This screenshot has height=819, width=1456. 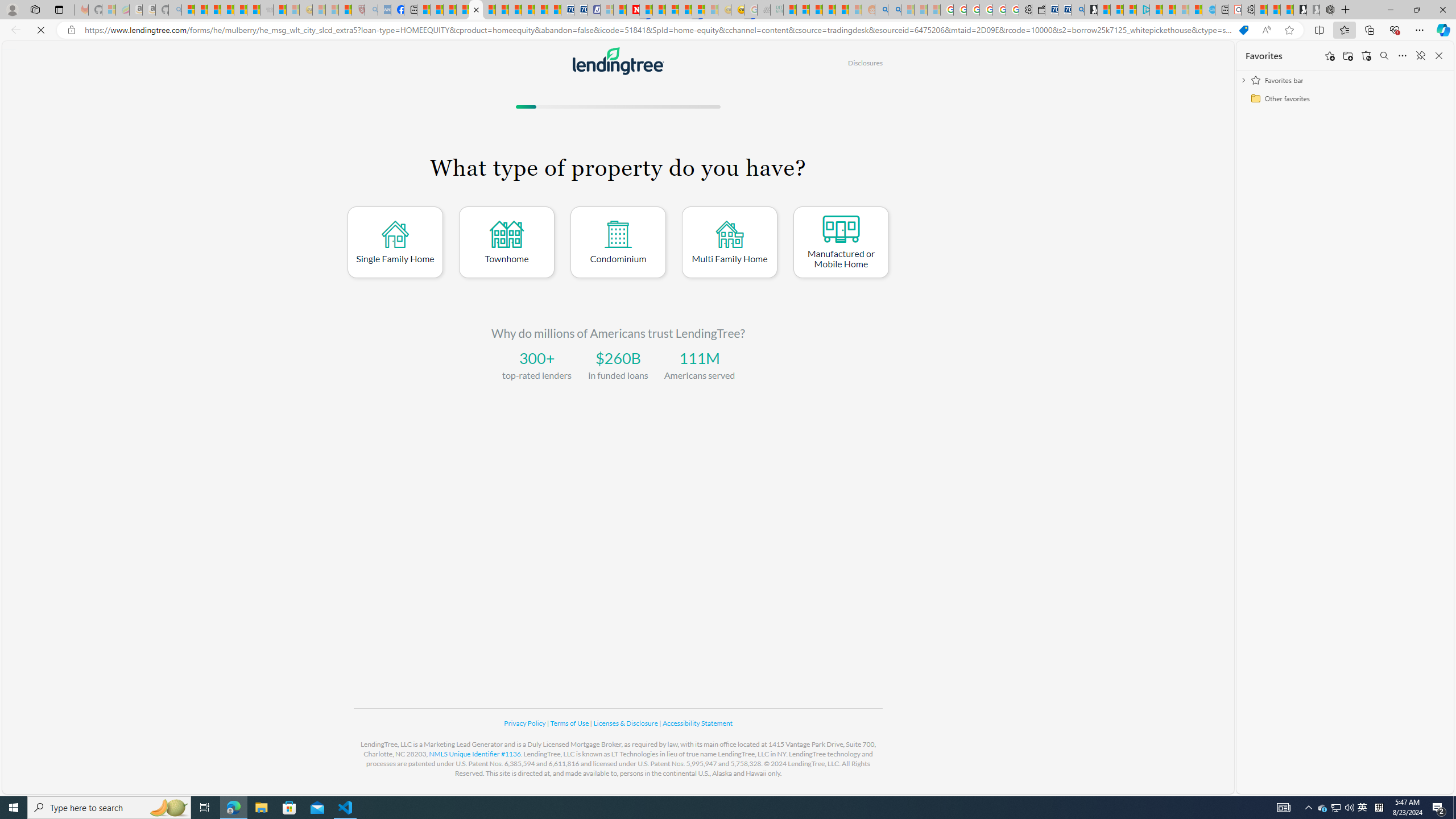 What do you see at coordinates (659, 9) in the screenshot?
I see `'14 Common Myths Debunked By Scientific Facts'` at bounding box center [659, 9].